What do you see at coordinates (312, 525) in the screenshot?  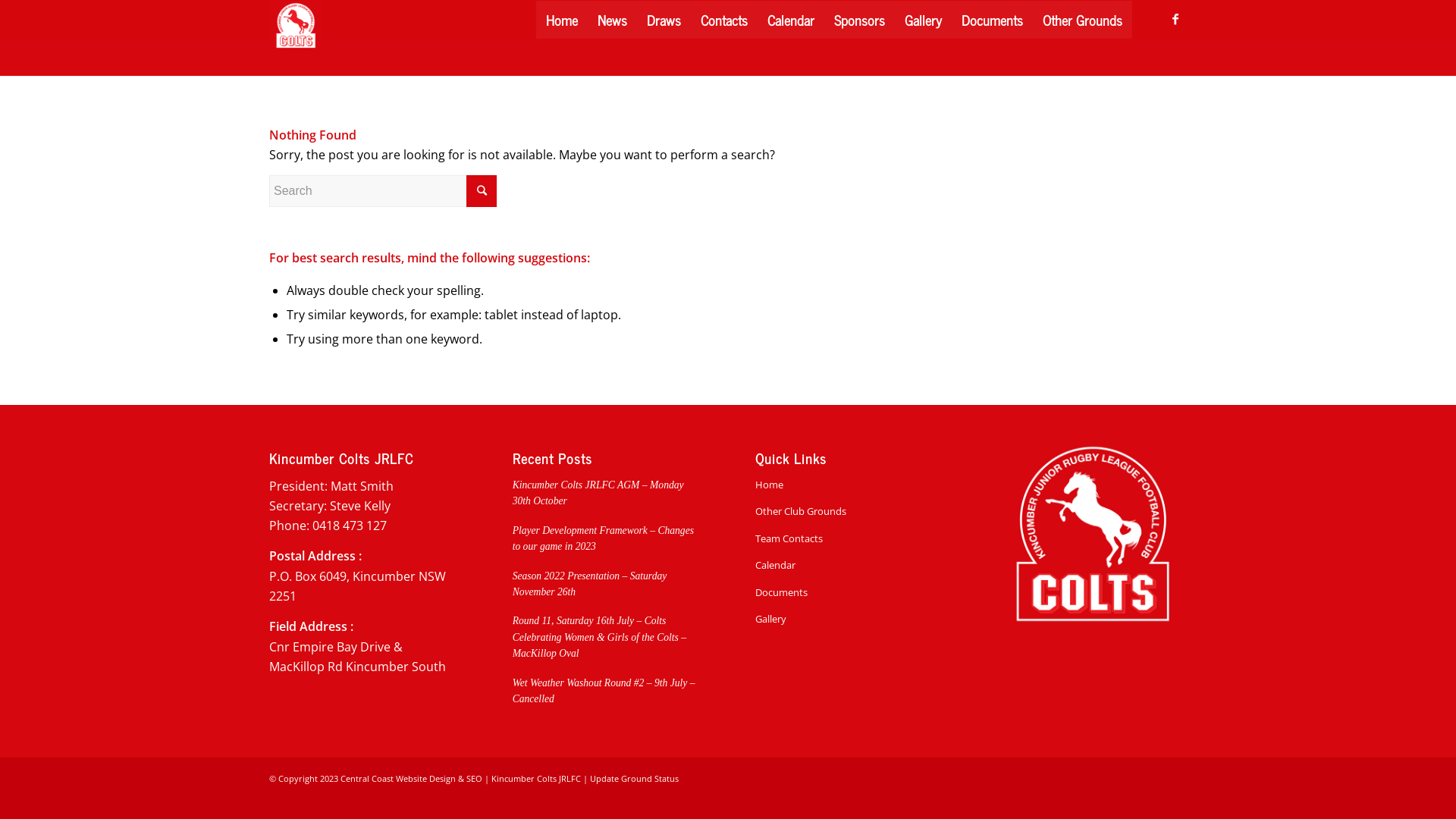 I see `'0418 473 127'` at bounding box center [312, 525].